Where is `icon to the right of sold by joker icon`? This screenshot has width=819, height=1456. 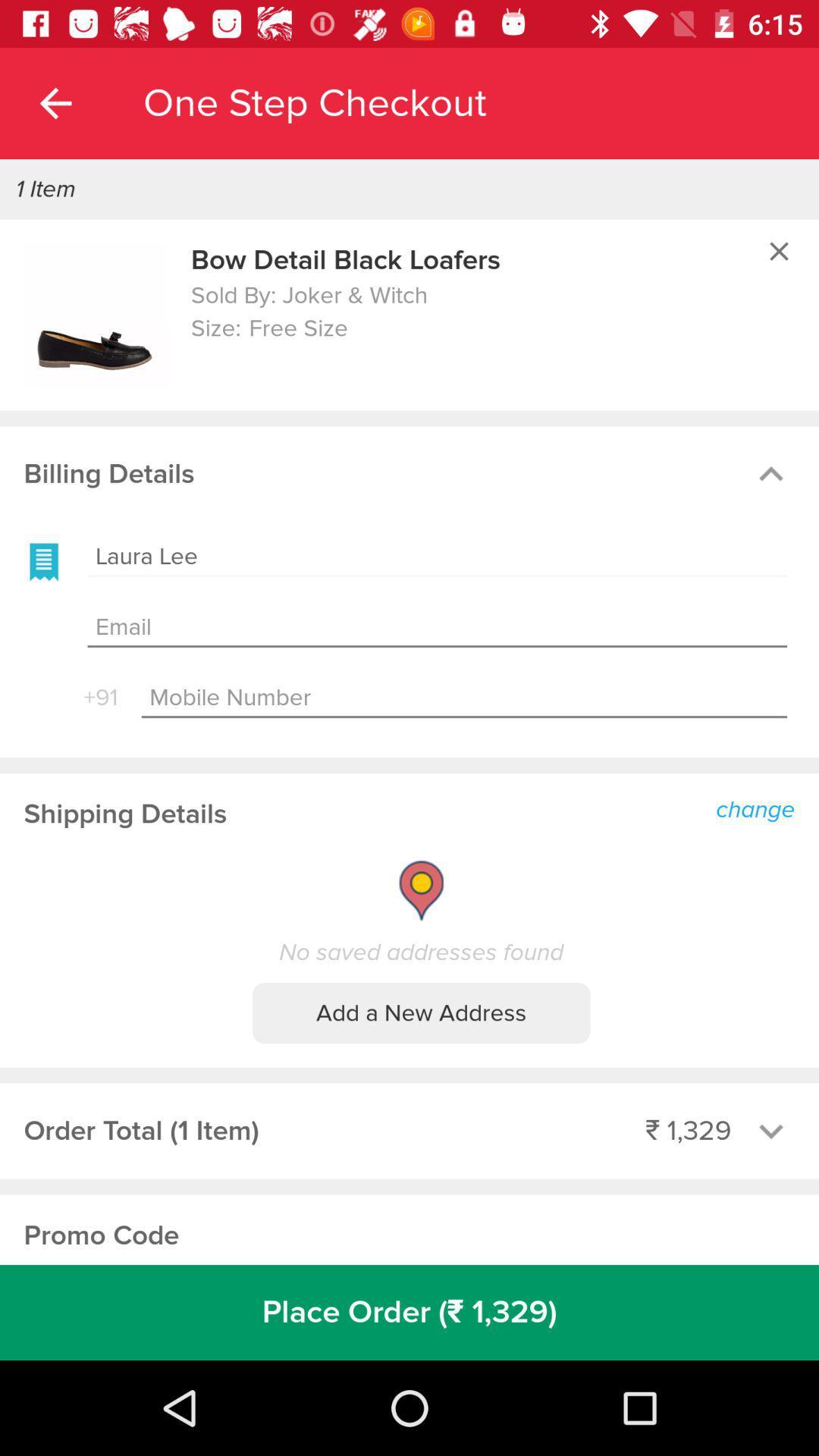
icon to the right of sold by joker icon is located at coordinates (779, 251).